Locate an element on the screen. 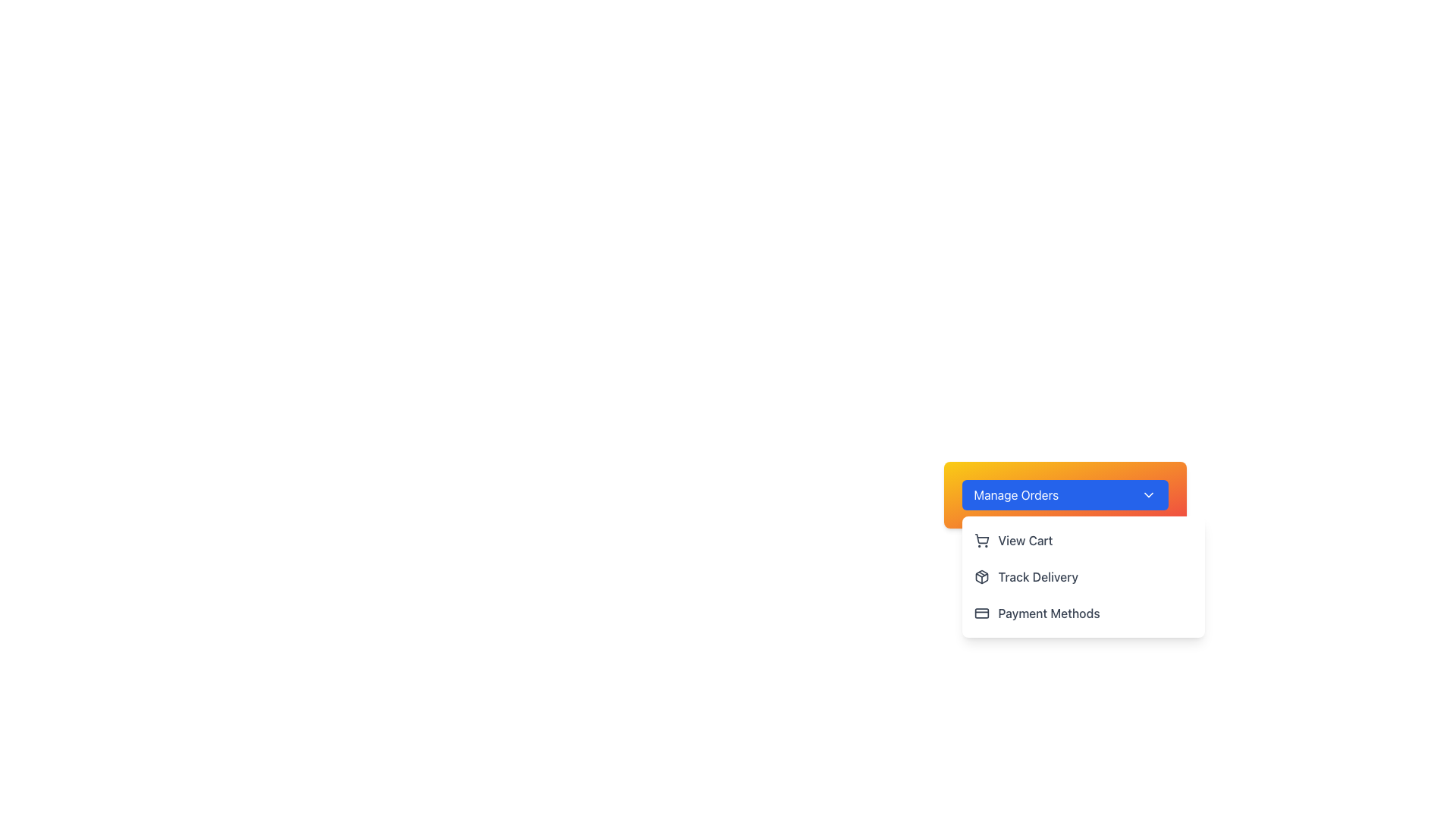  the credit card icon, which is a minimalistic SVG glyph with a rectangular outline and rounded corners, located at the start of the 'Payment Methods' list item is located at coordinates (981, 613).